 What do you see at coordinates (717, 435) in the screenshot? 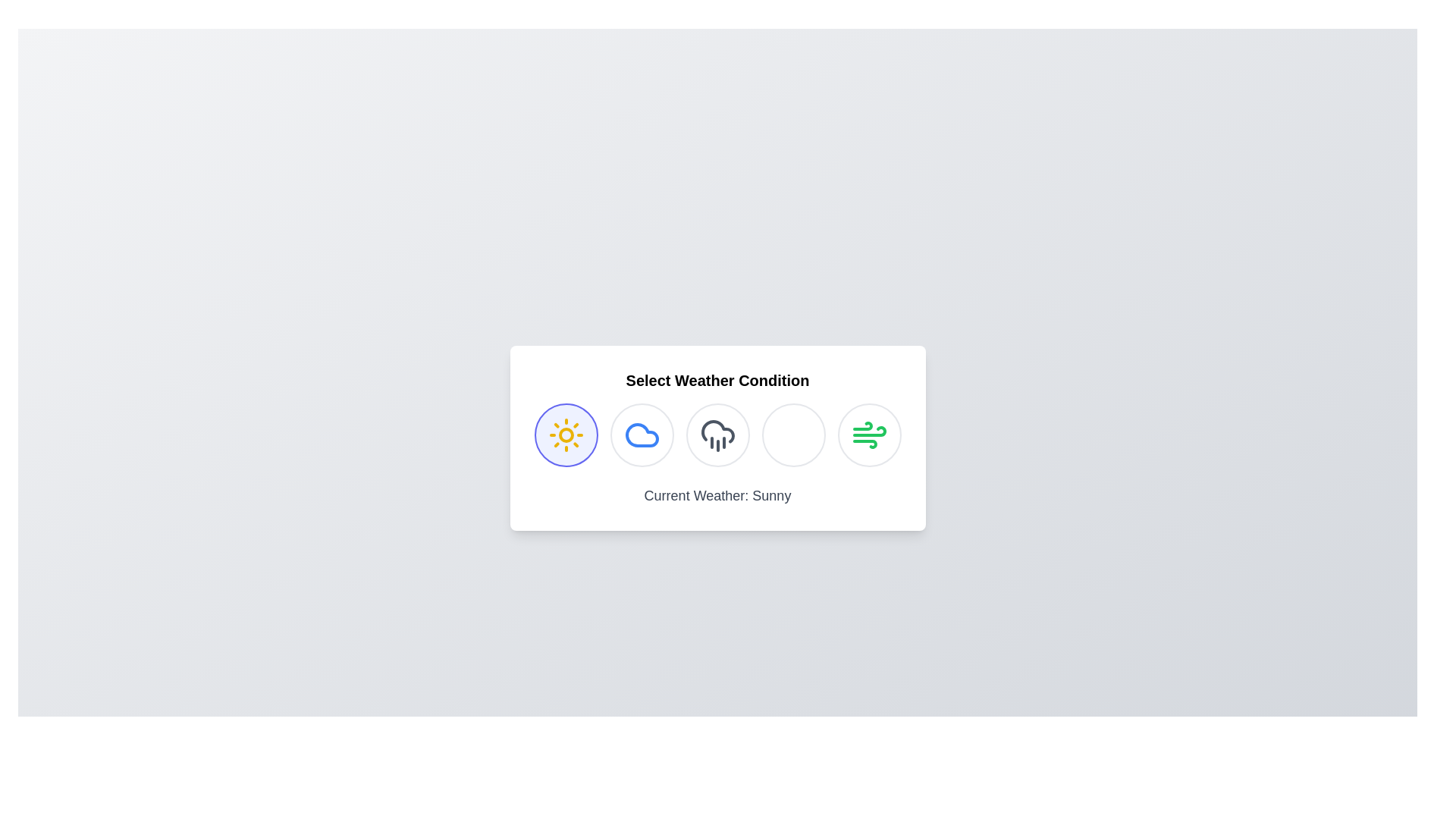
I see `the third circular icon button representing rainy weather` at bounding box center [717, 435].